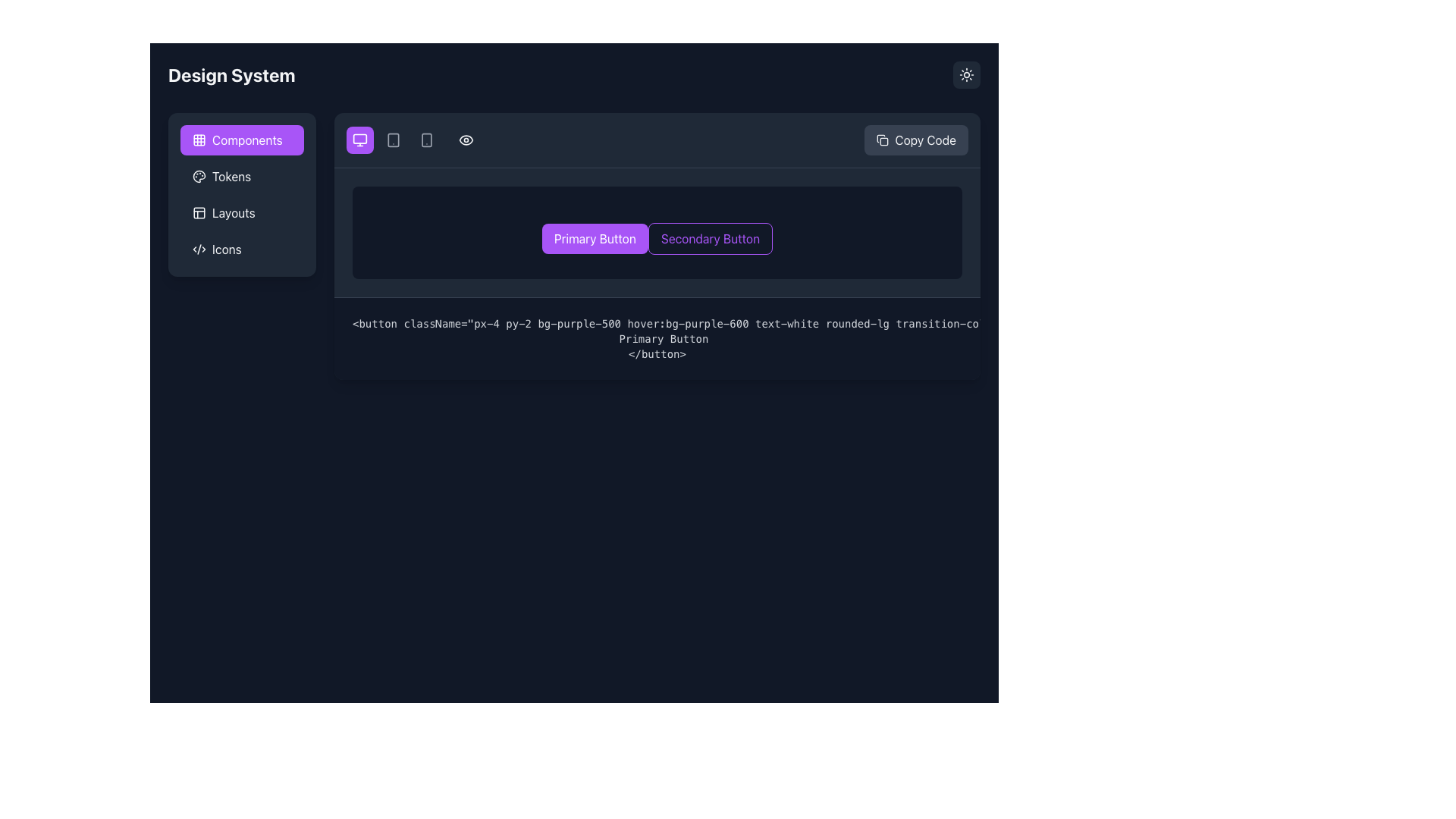 This screenshot has width=1456, height=819. Describe the element at coordinates (247, 140) in the screenshot. I see `the navigation item labeled 'Components' which is the first item in the left navigation panel, styled with a bold white font on a purple rounded rectangular background` at that location.